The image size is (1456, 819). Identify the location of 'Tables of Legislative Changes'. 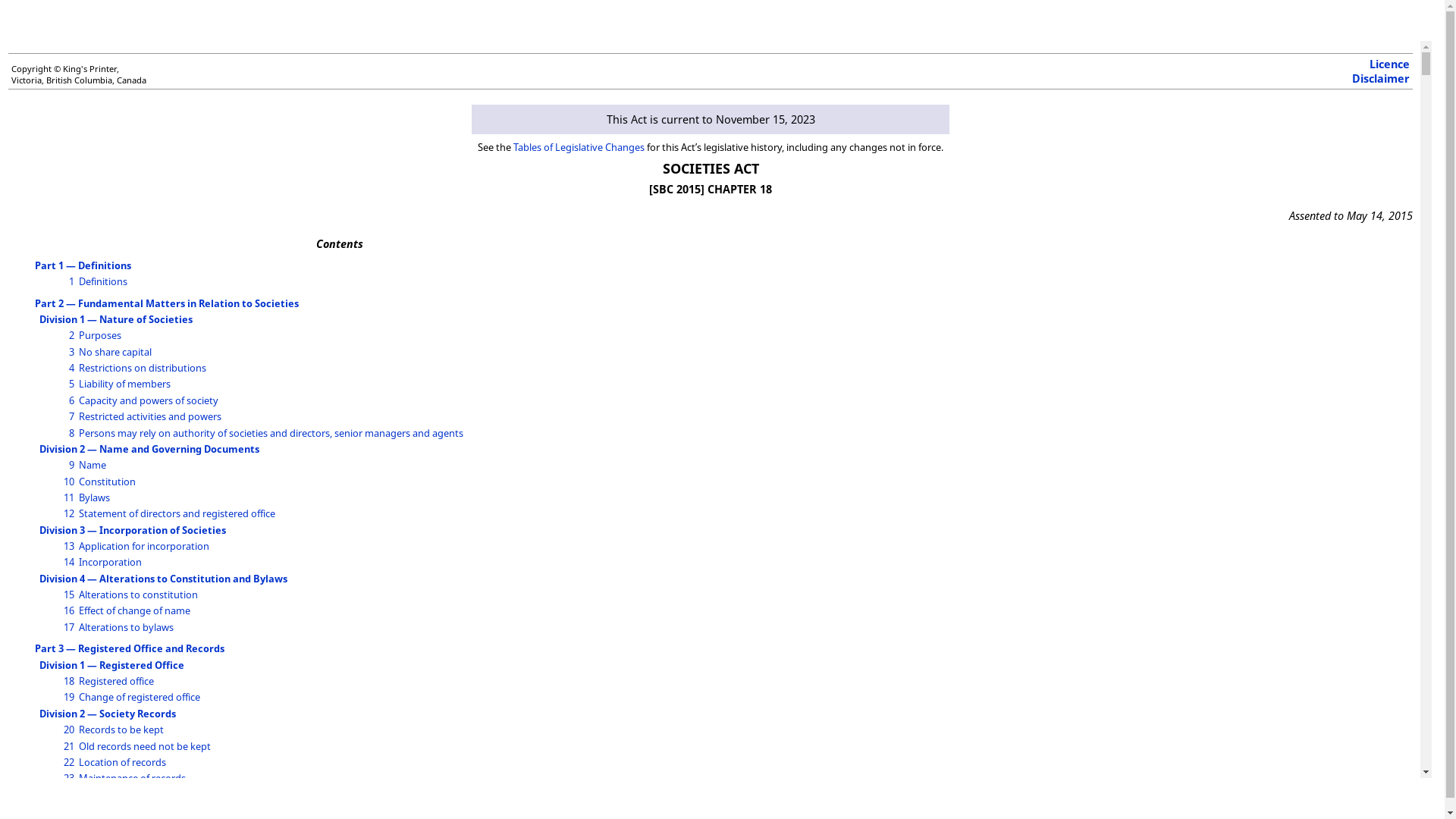
(578, 146).